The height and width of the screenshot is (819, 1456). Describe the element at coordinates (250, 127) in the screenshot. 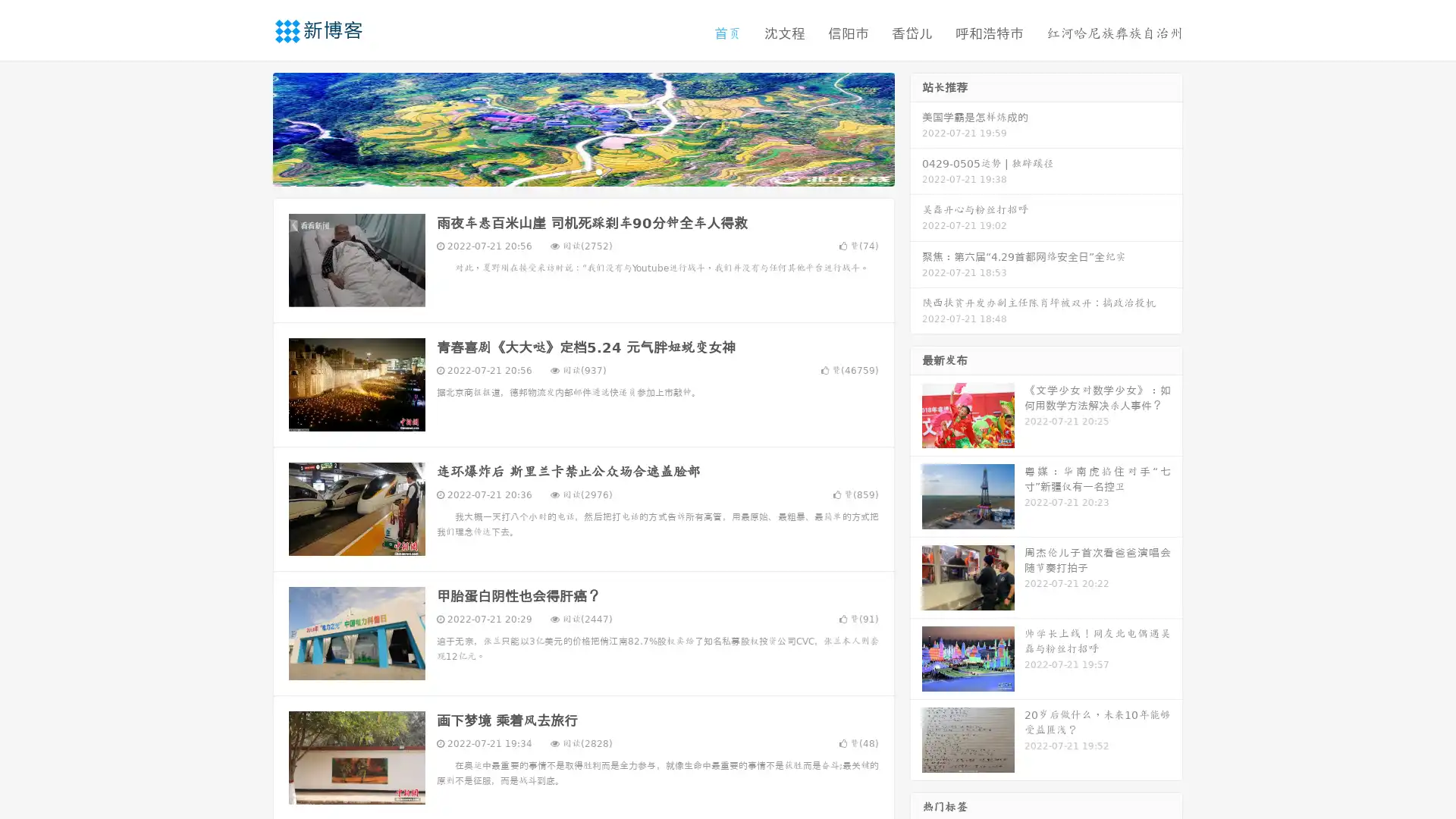

I see `Previous slide` at that location.